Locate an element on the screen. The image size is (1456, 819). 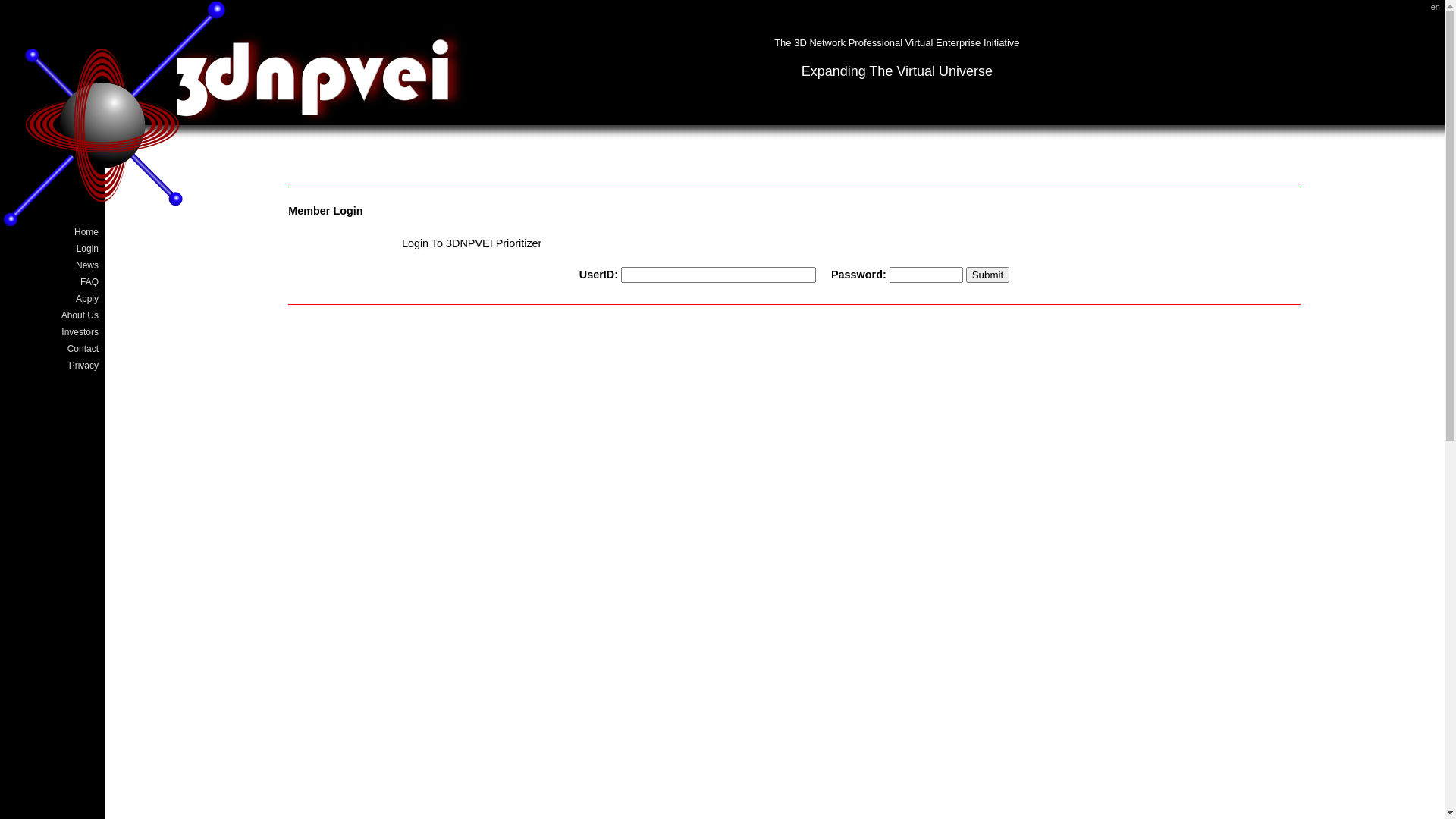
'Investors' is located at coordinates (7, 331).